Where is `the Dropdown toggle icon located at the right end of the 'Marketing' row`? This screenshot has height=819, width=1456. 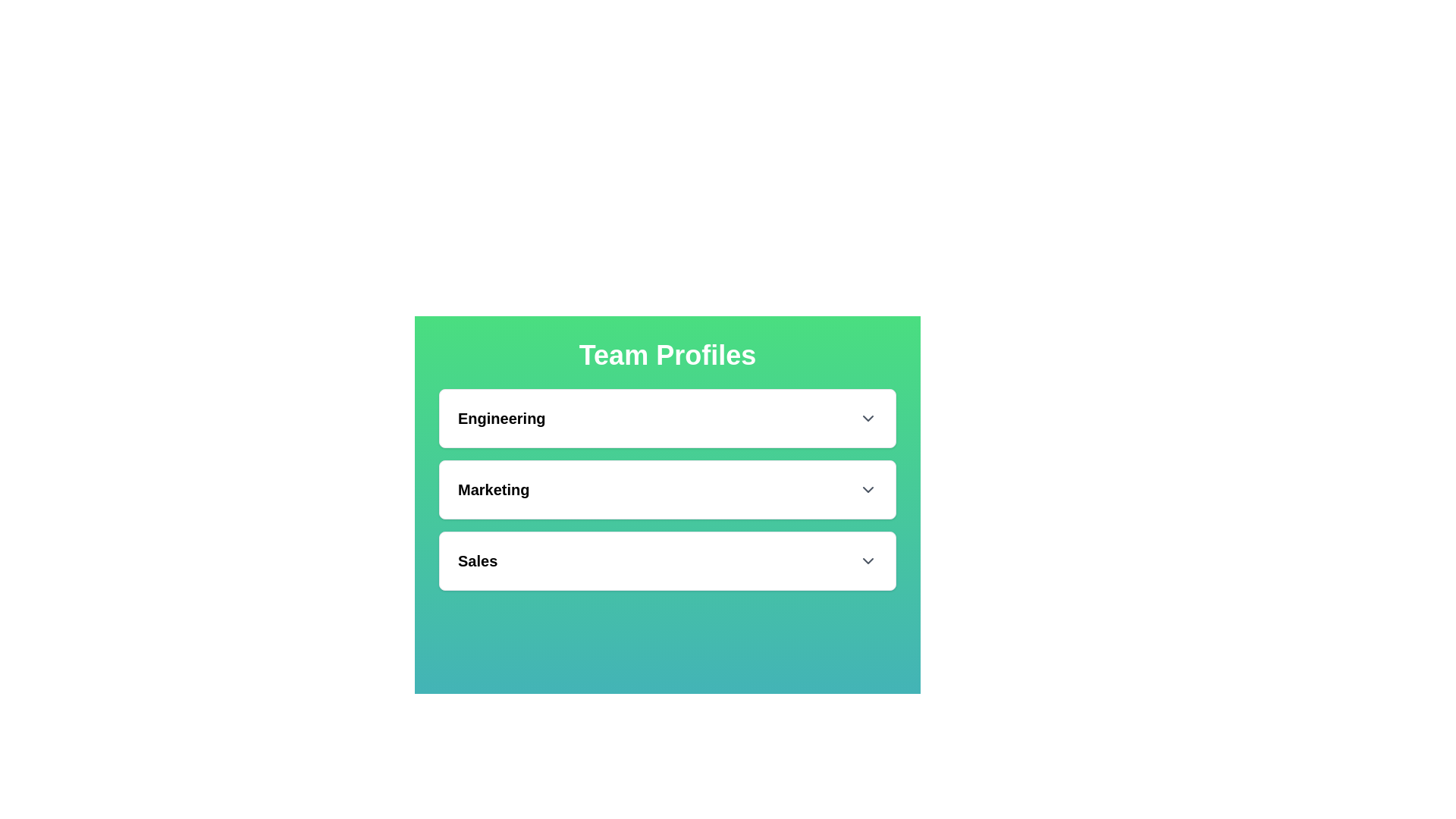
the Dropdown toggle icon located at the right end of the 'Marketing' row is located at coordinates (868, 489).